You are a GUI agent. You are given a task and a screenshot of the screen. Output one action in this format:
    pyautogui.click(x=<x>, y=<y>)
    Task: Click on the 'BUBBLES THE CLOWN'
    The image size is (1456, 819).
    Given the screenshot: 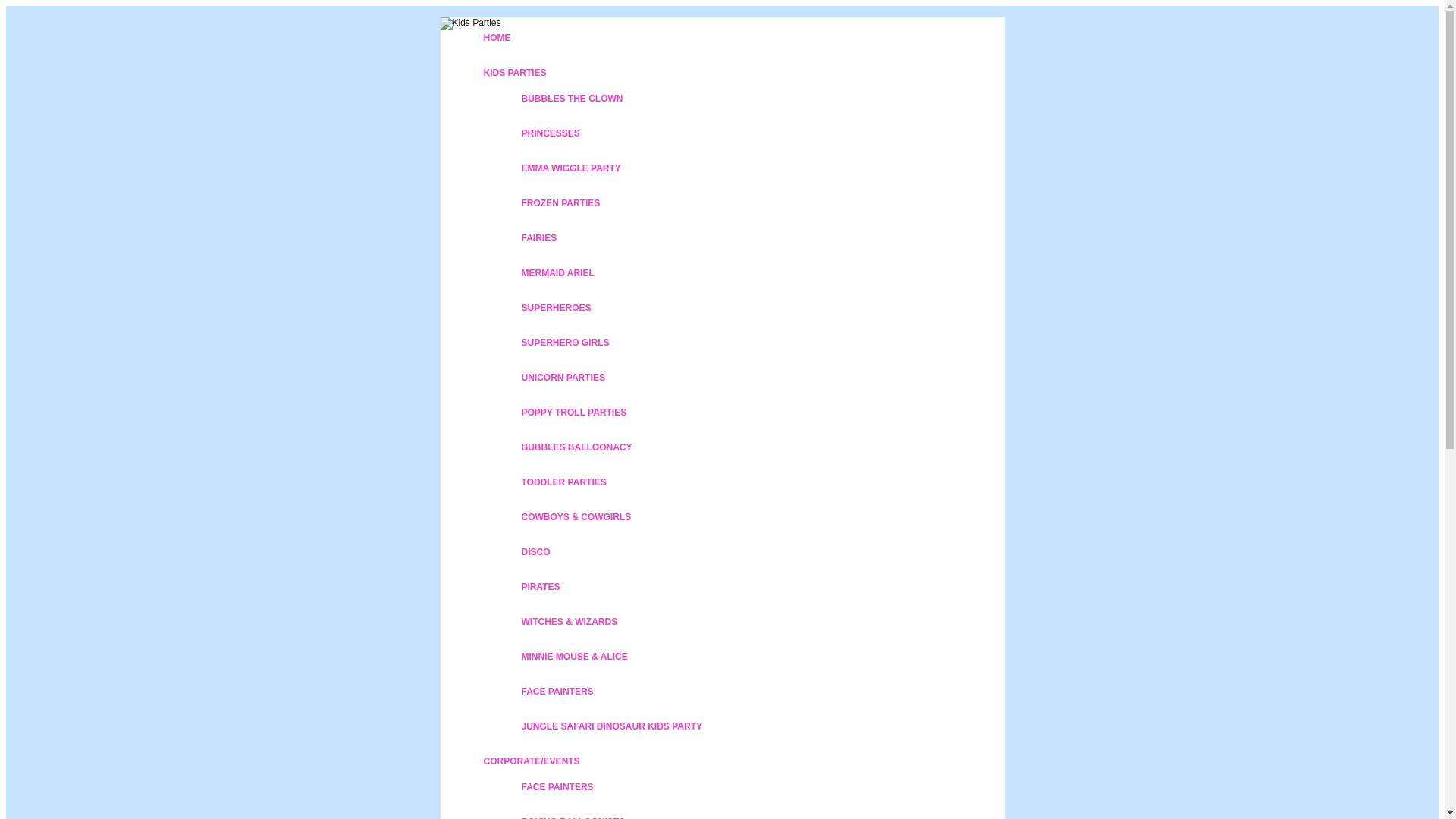 What is the action you would take?
    pyautogui.click(x=570, y=99)
    